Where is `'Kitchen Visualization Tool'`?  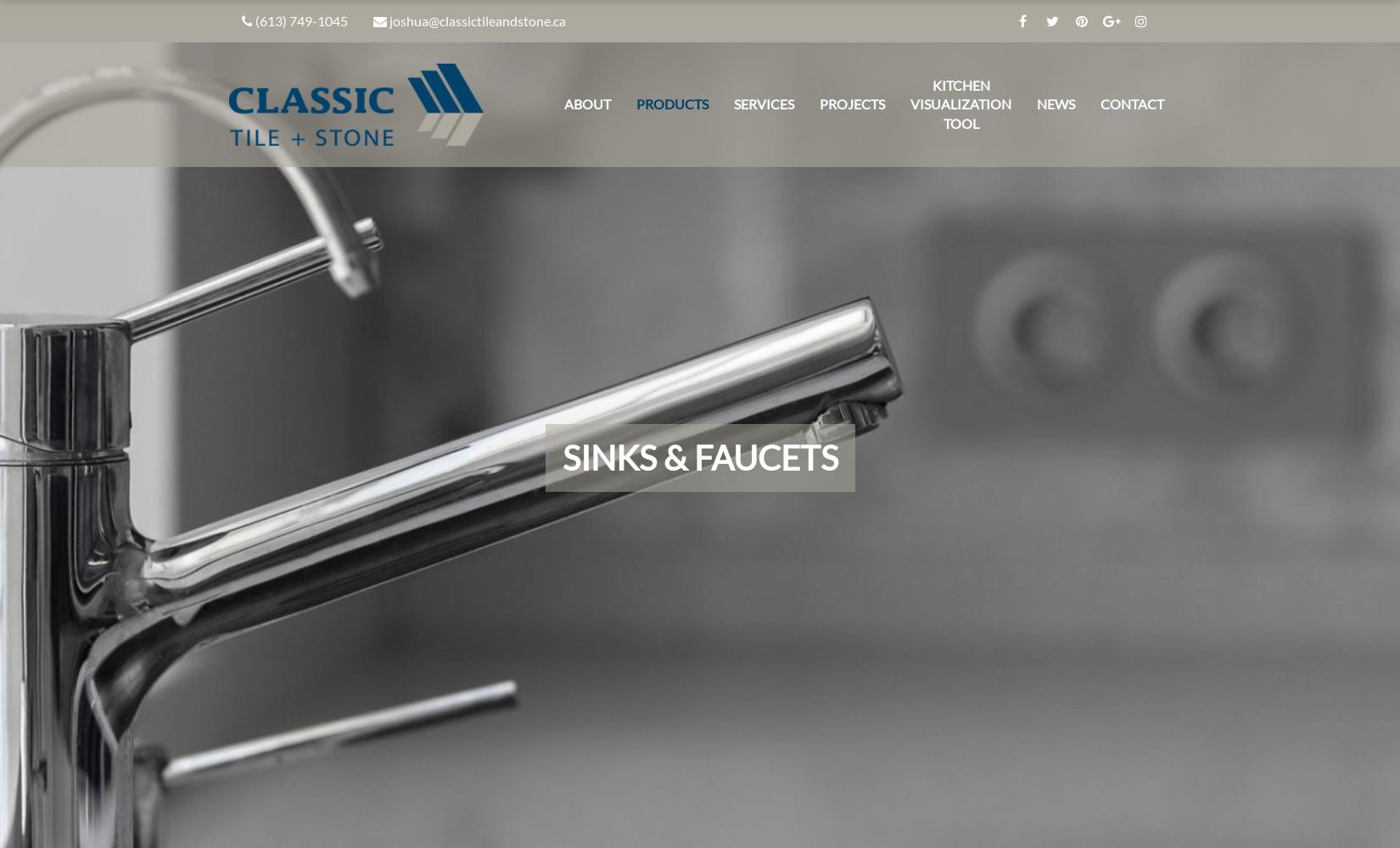
'Kitchen Visualization Tool' is located at coordinates (960, 103).